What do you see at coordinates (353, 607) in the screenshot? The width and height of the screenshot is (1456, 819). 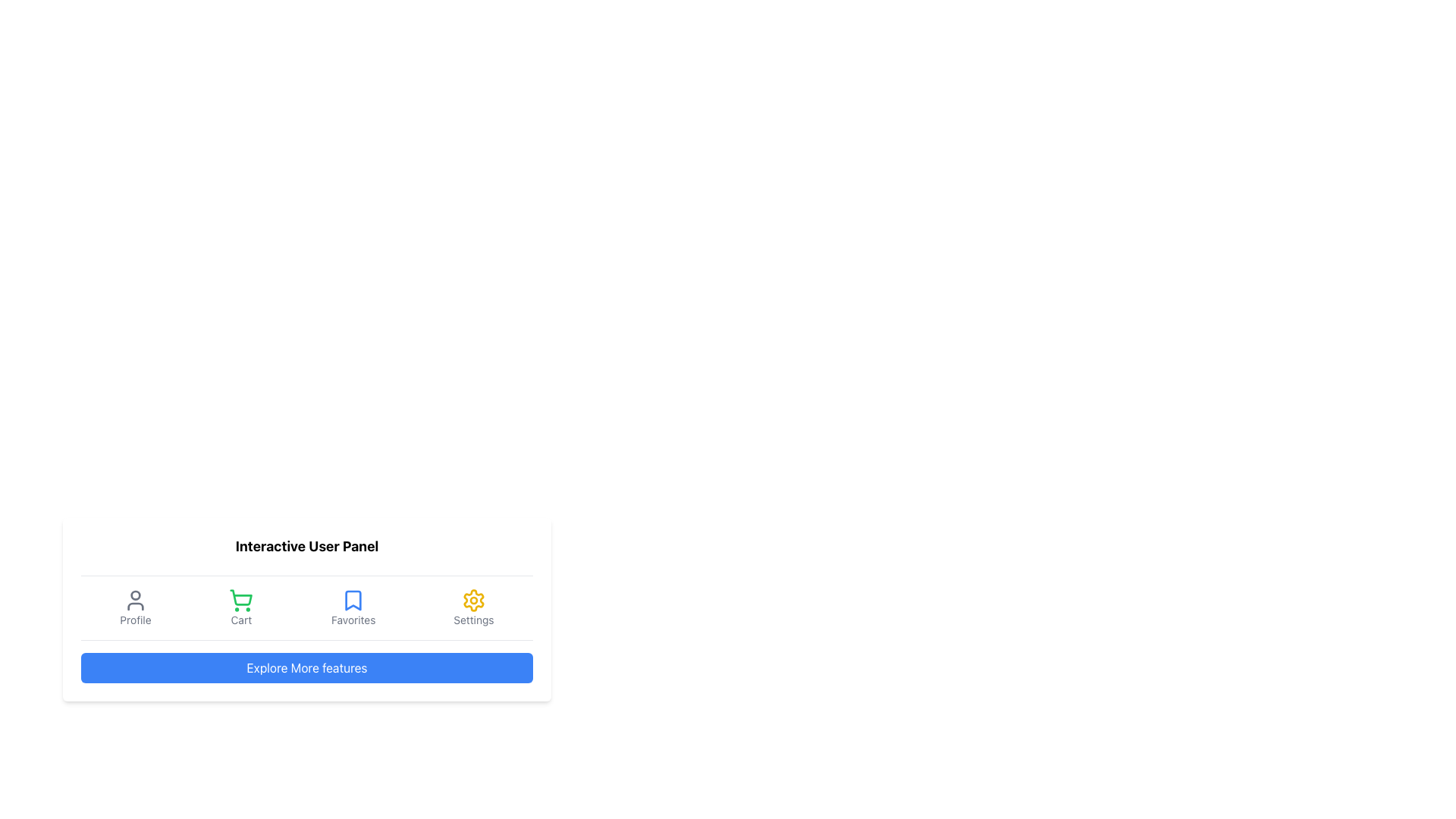 I see `the 'Favorites' button, which is the third interactive component from the left in a horizontal row of four options, positioned between 'Cart' and 'Settings', to trigger the hover effect` at bounding box center [353, 607].